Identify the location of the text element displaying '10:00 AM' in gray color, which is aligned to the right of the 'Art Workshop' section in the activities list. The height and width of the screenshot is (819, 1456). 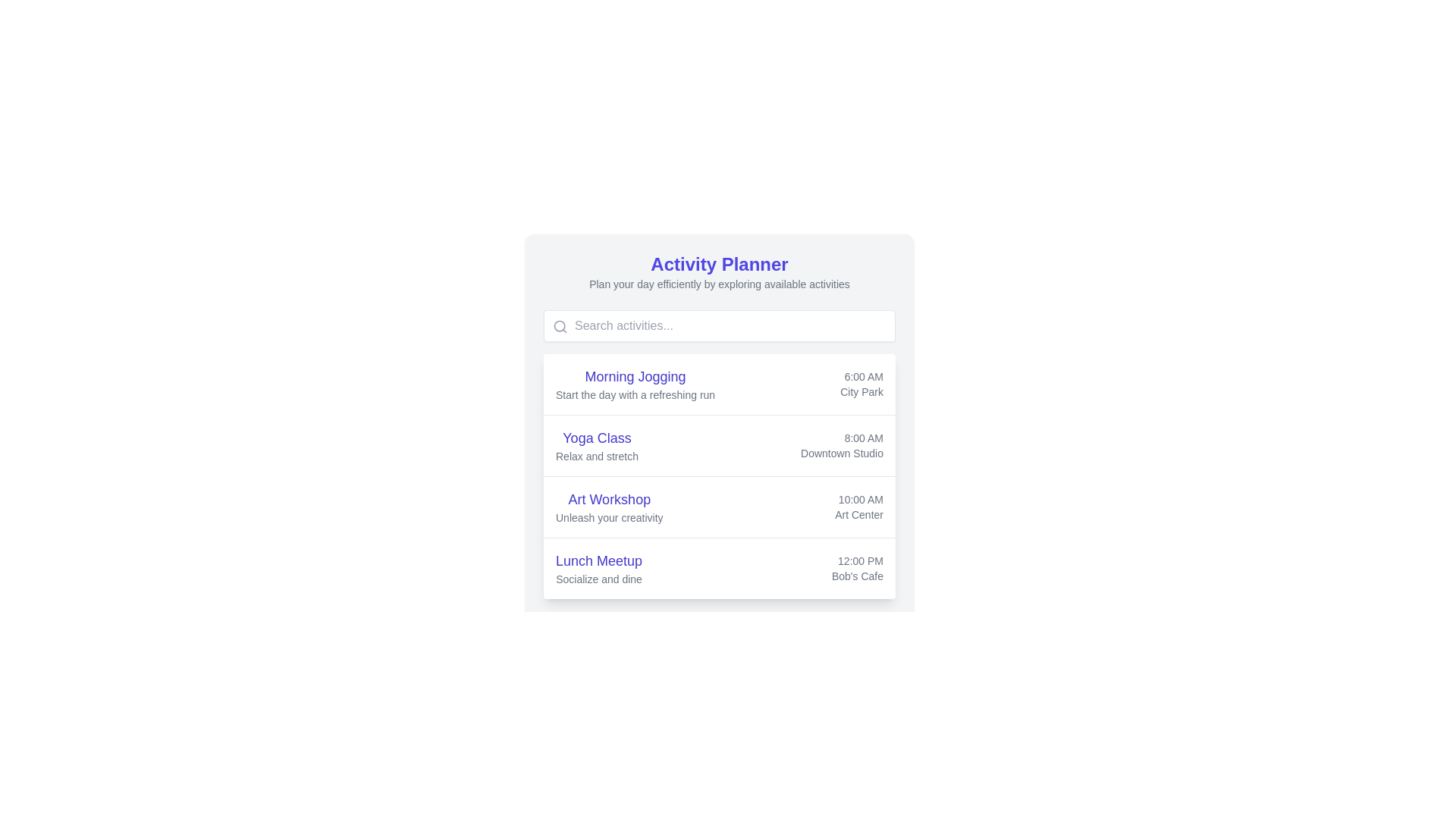
(859, 500).